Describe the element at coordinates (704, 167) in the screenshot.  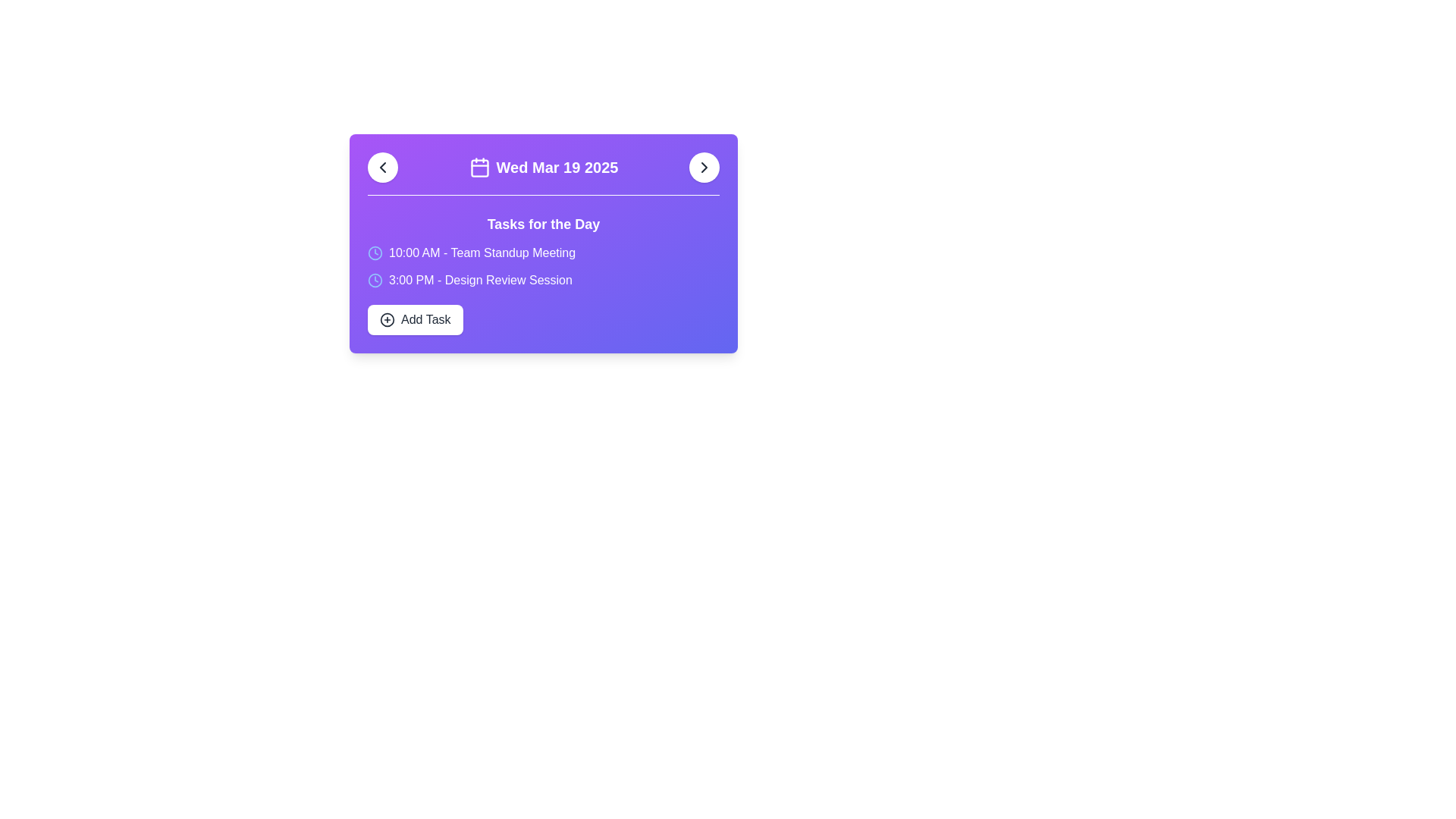
I see `the triangular-shaped right-pointing icon located in the top-right corner of the card-like section` at that location.